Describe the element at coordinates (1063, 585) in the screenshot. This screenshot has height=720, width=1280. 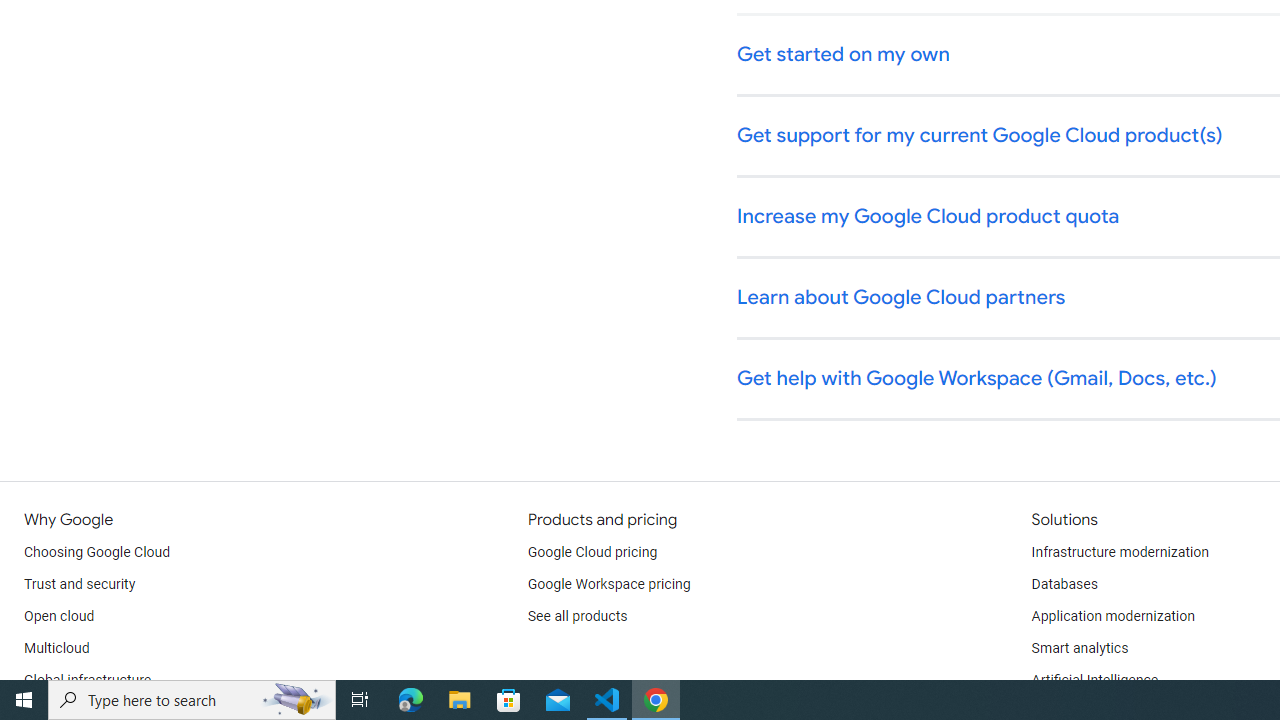
I see `'Databases'` at that location.